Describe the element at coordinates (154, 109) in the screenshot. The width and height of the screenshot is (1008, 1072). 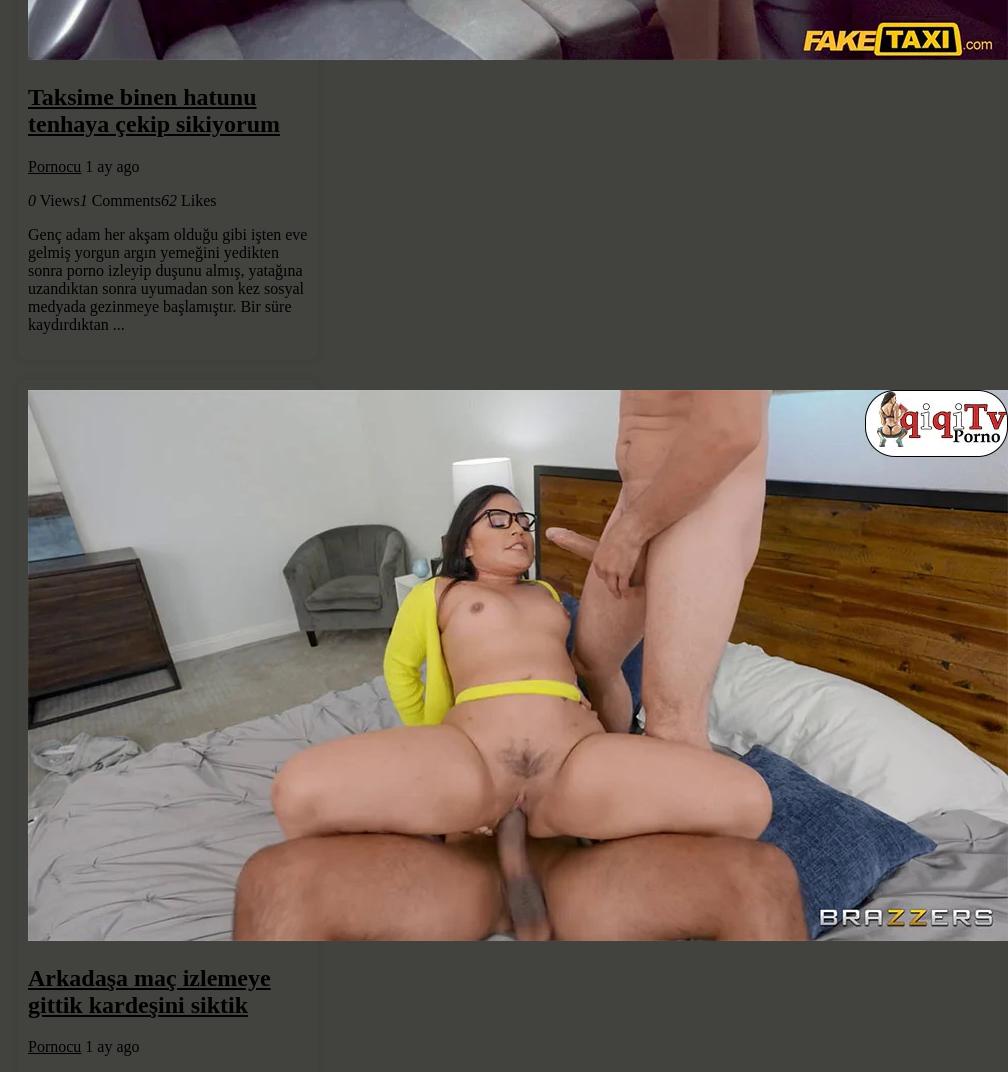
I see `'Taksime binen hatunu tenhaya çekip sikiyorum'` at that location.